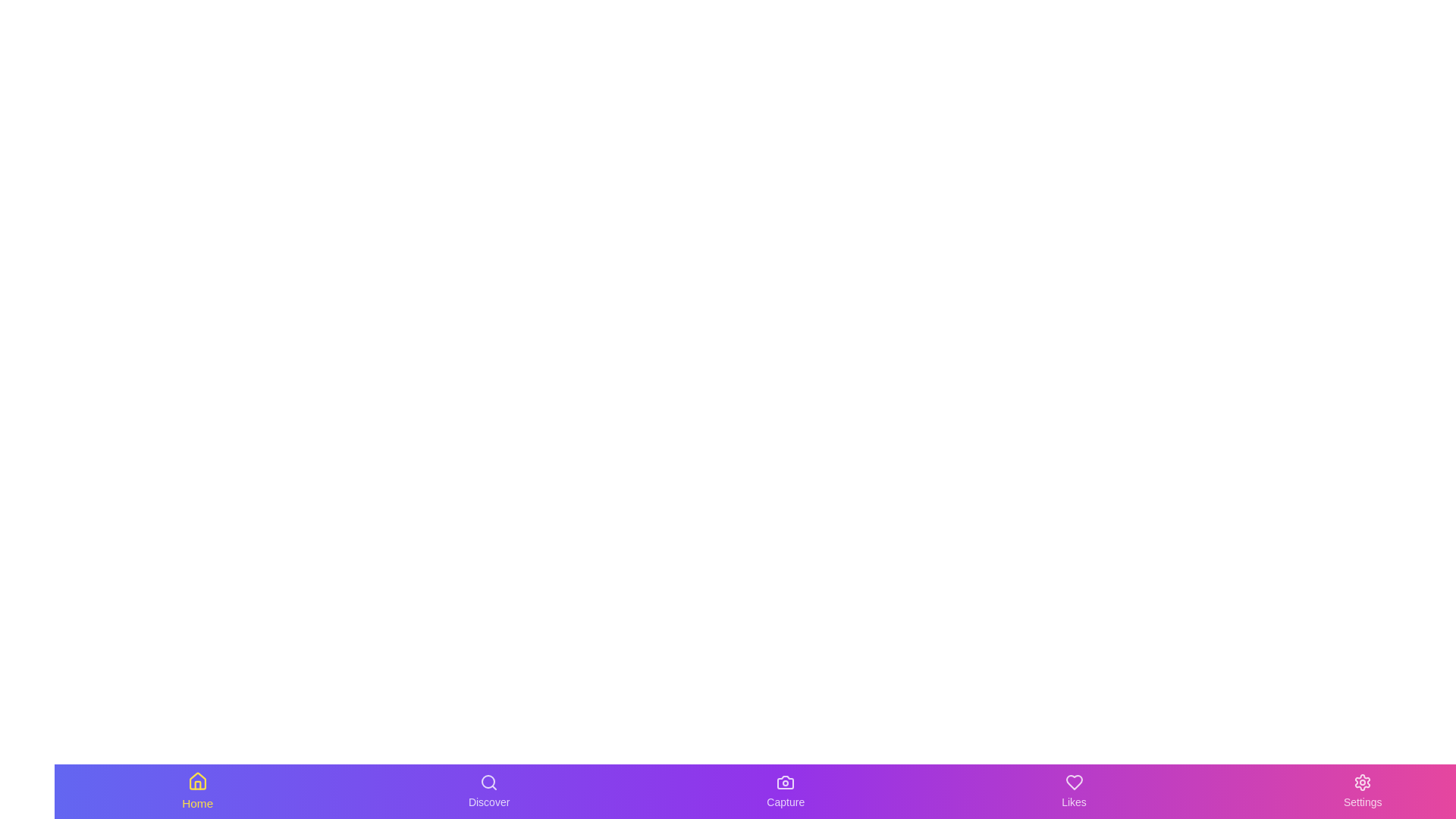 This screenshot has height=819, width=1456. I want to click on the tab labeled Discover, so click(488, 791).